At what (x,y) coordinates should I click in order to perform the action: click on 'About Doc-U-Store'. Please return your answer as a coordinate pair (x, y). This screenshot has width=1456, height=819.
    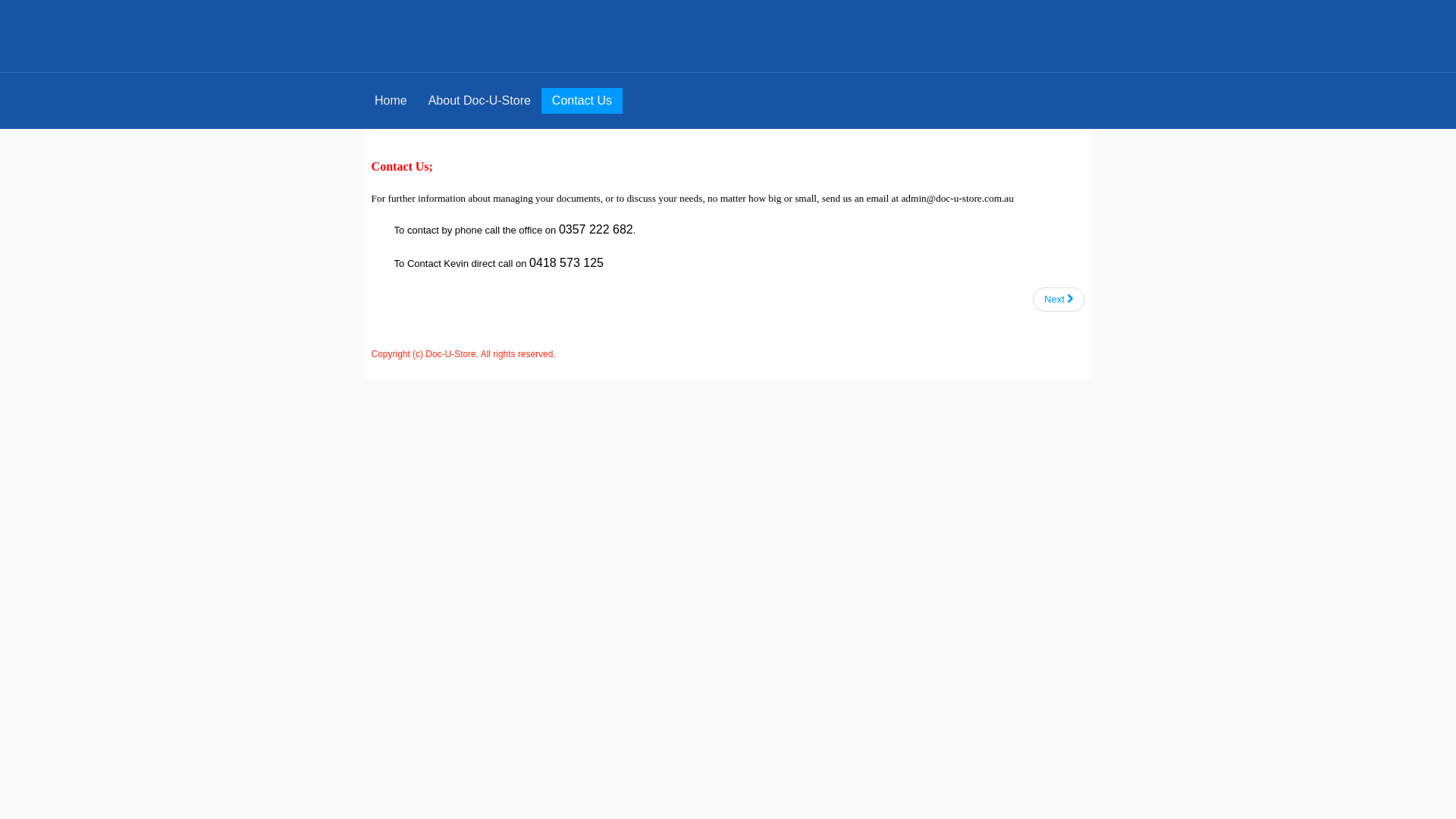
    Looking at the image, I should click on (479, 100).